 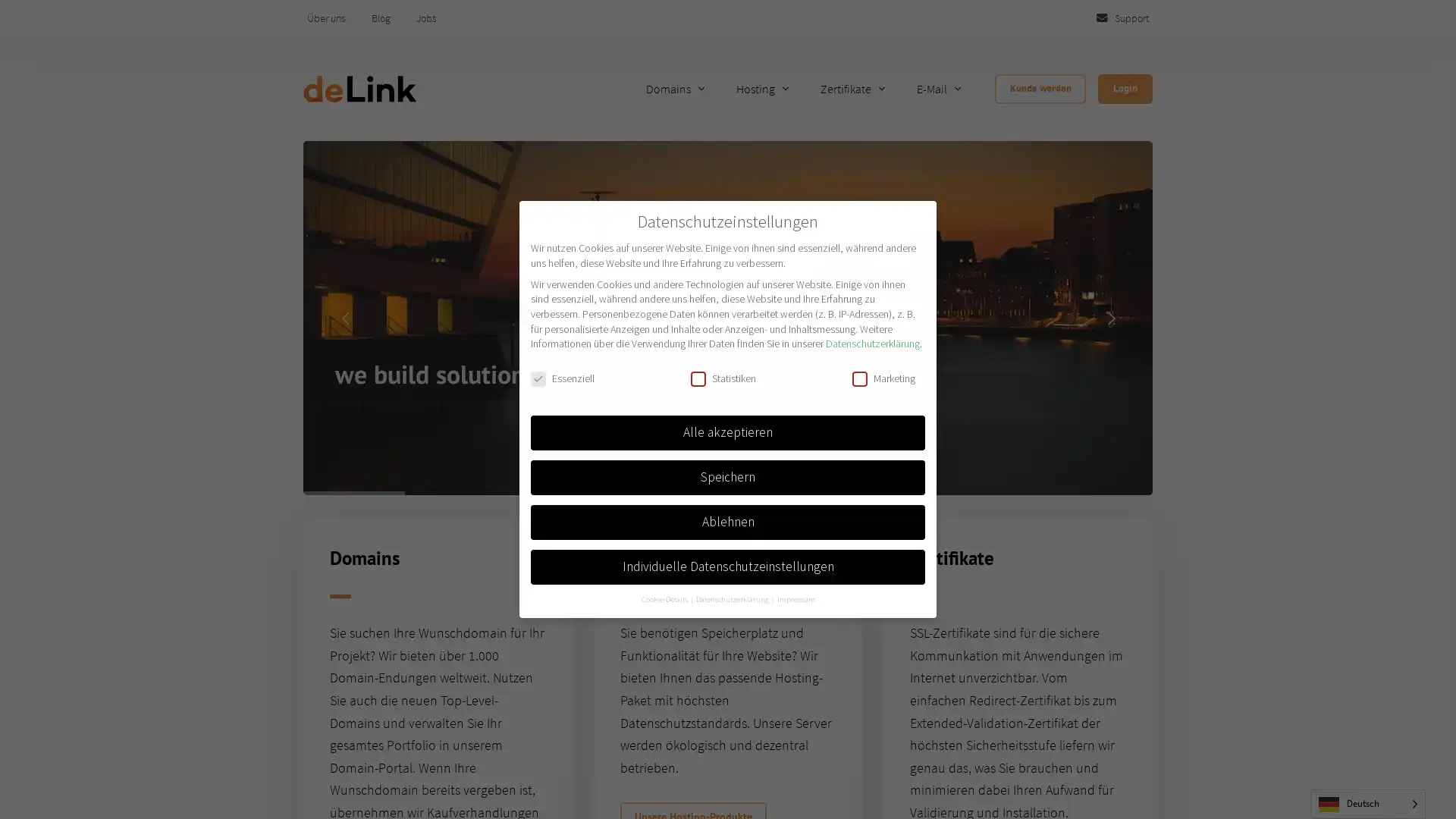 What do you see at coordinates (728, 475) in the screenshot?
I see `Speichern` at bounding box center [728, 475].